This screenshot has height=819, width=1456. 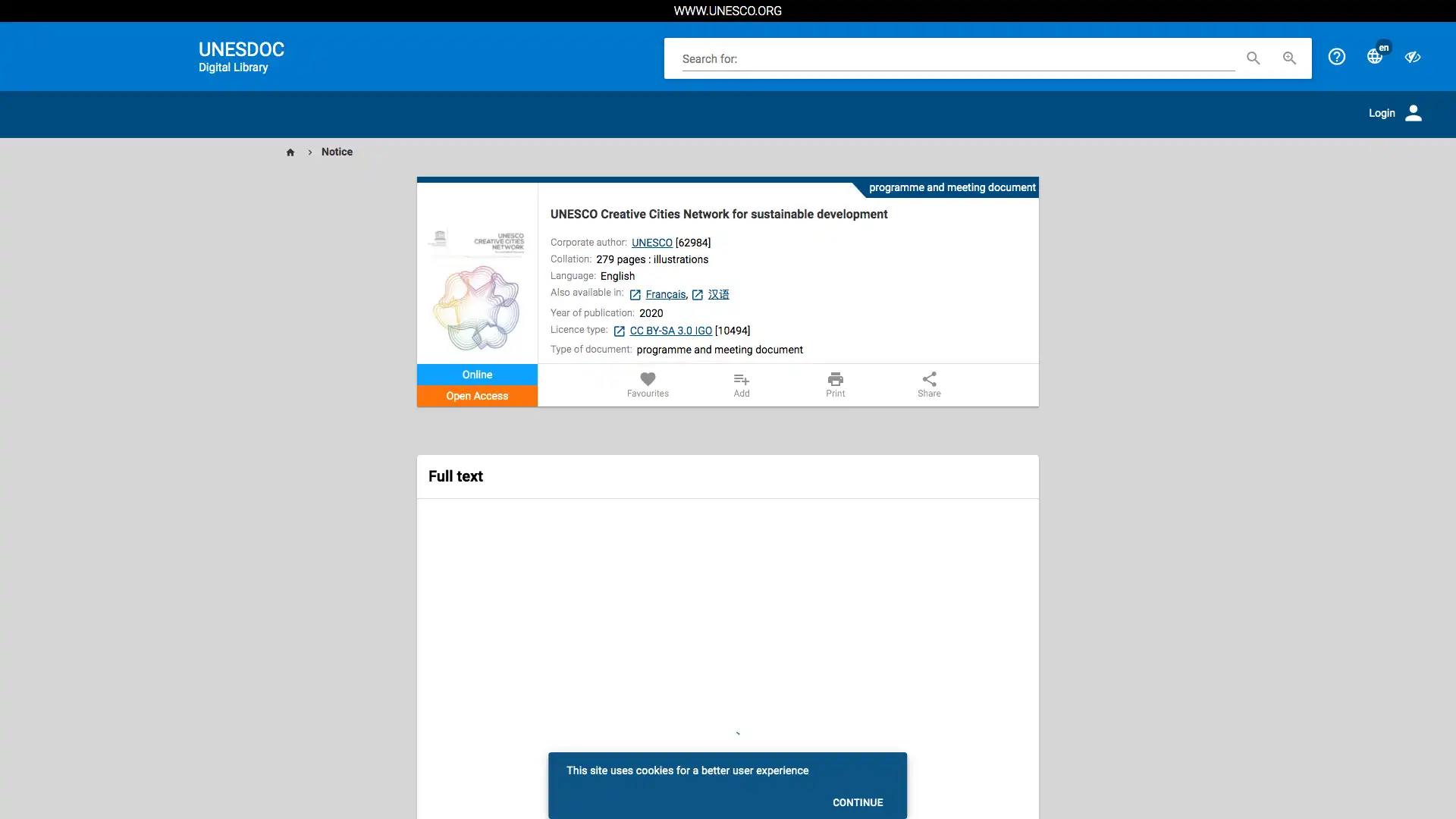 I want to click on Share, so click(x=927, y=384).